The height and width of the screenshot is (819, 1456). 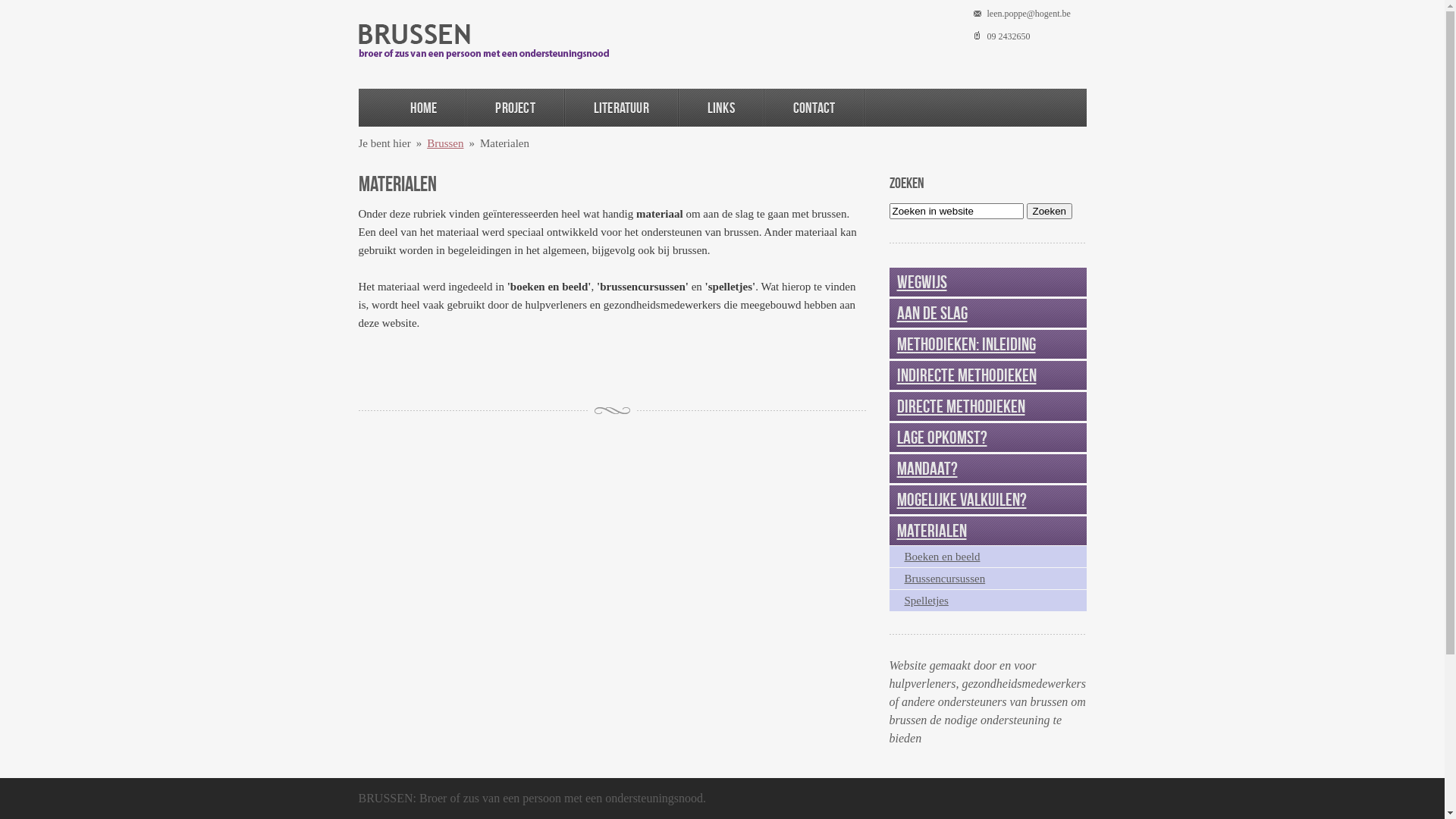 What do you see at coordinates (1048, 211) in the screenshot?
I see `'Zoeken'` at bounding box center [1048, 211].